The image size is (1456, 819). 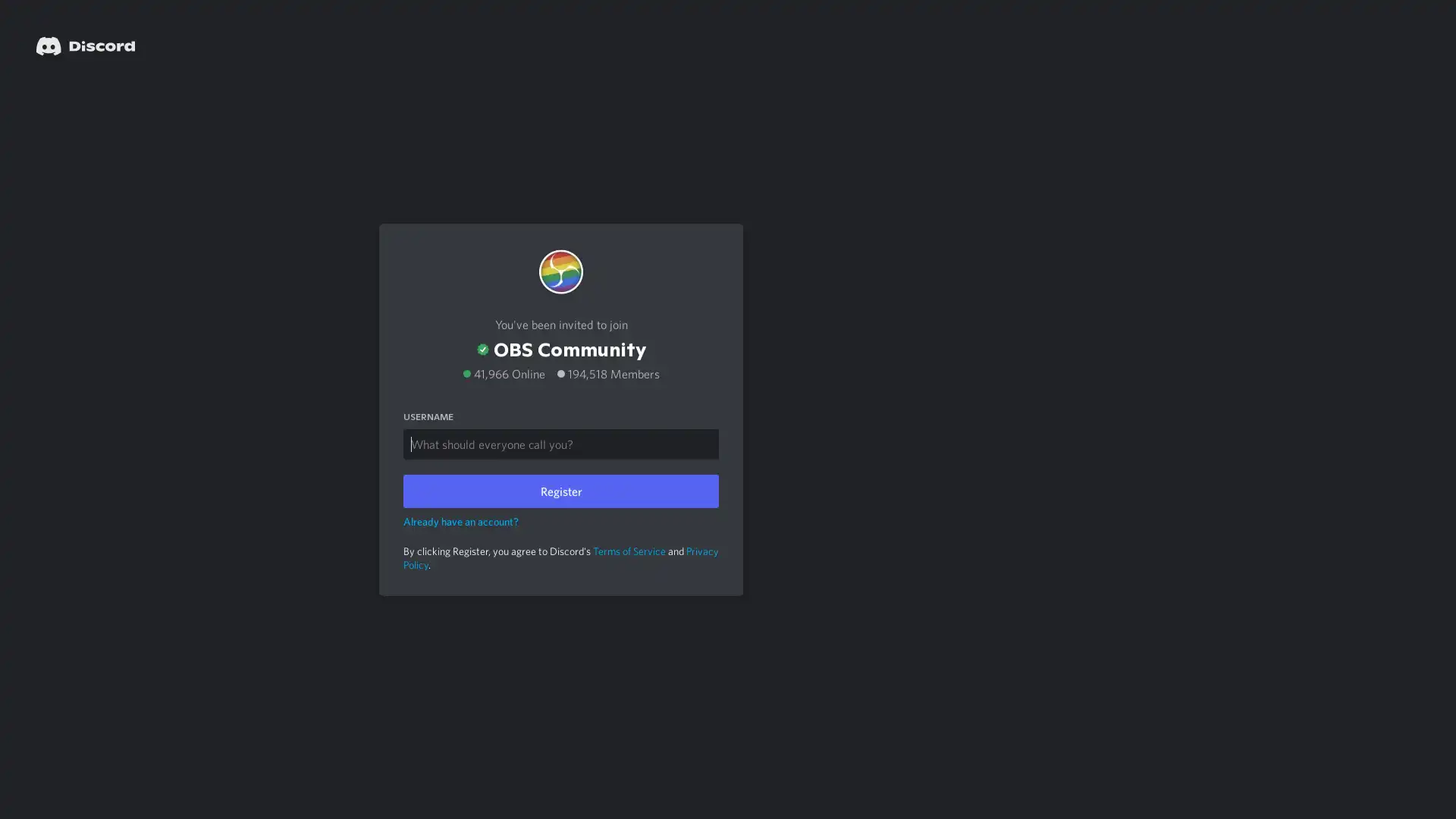 I want to click on Already have an account?, so click(x=460, y=519).